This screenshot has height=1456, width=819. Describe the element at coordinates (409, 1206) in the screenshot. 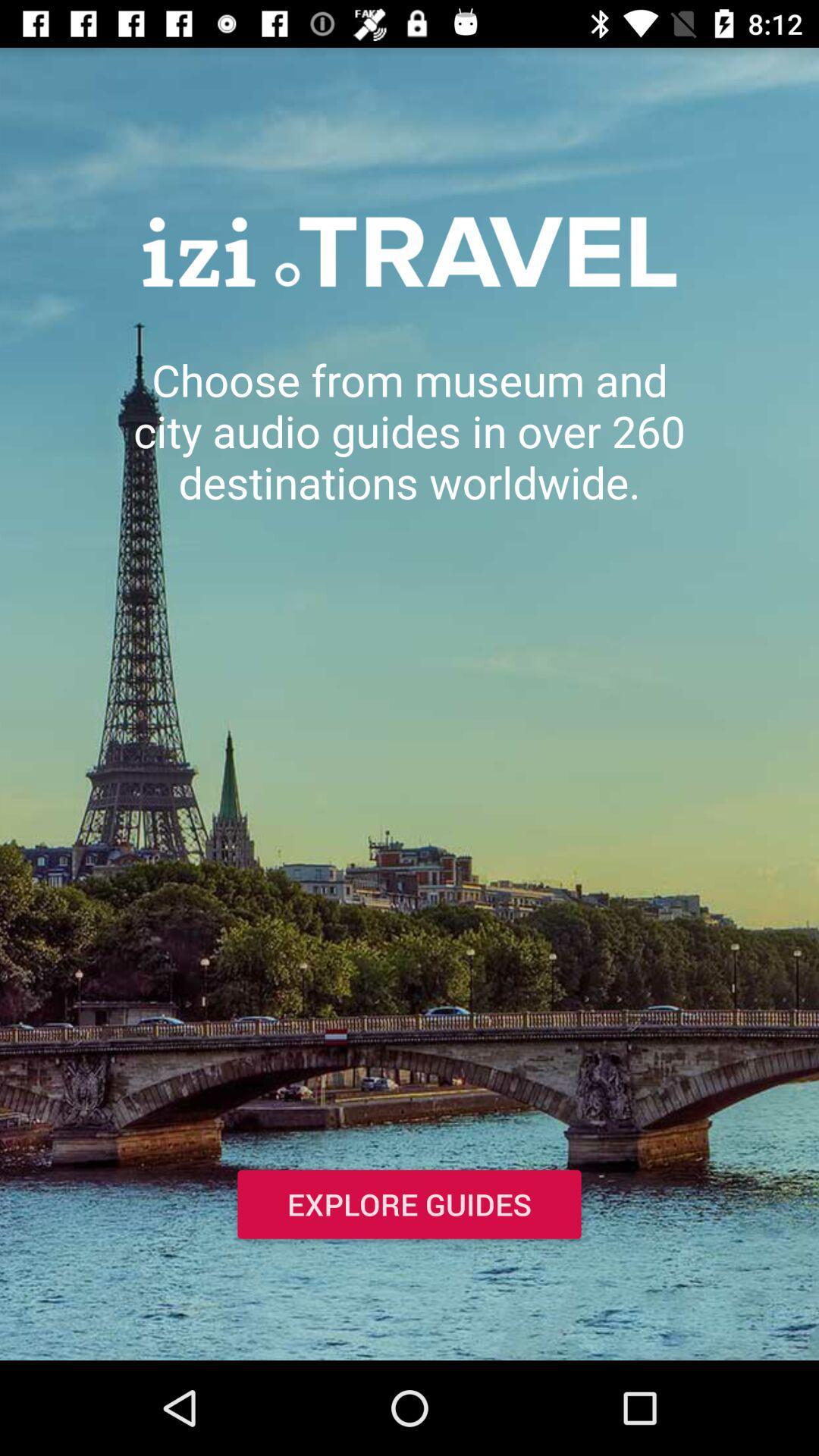

I see `explore guides` at that location.